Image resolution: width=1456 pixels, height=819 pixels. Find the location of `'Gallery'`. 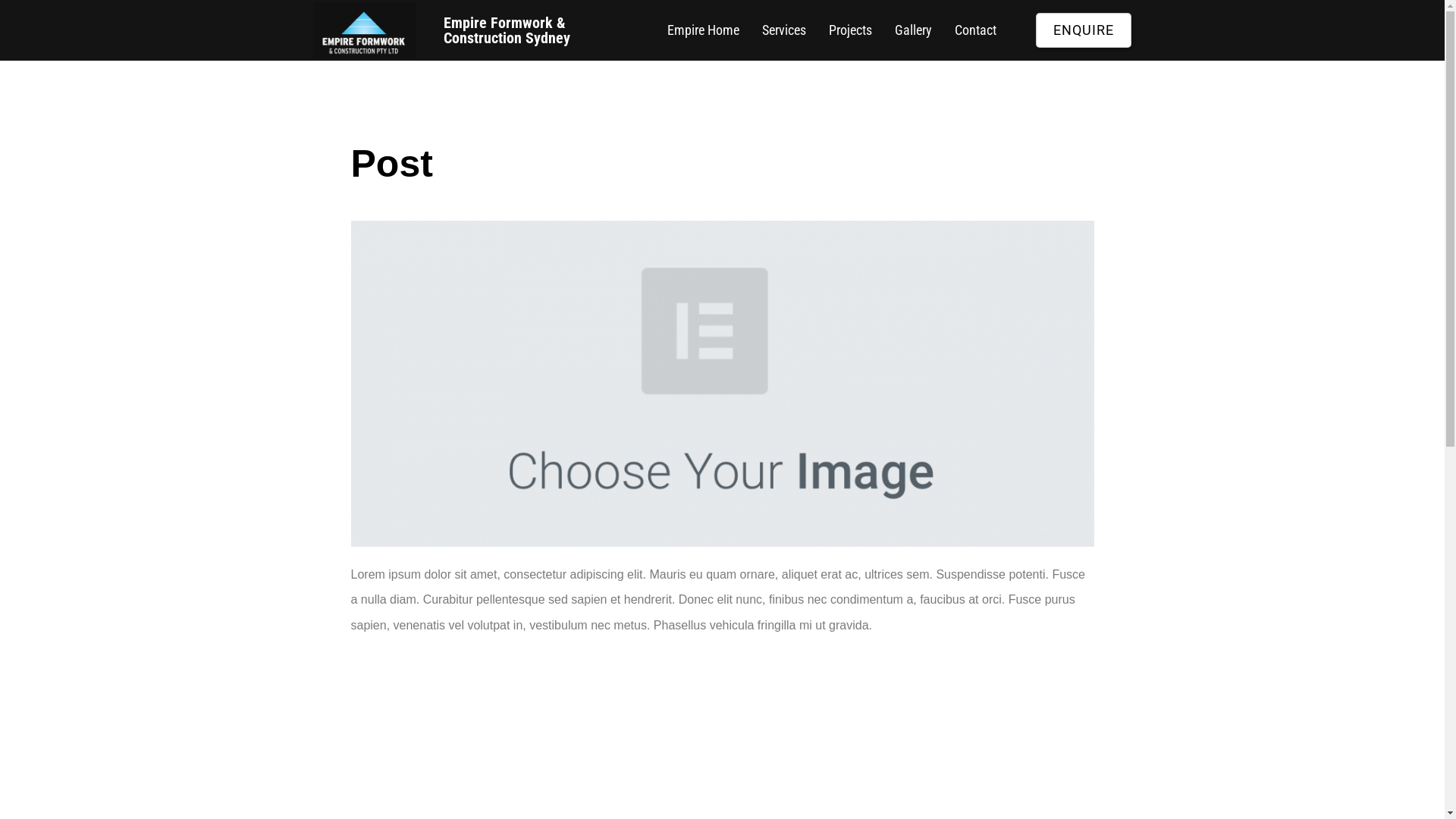

'Gallery' is located at coordinates (912, 30).